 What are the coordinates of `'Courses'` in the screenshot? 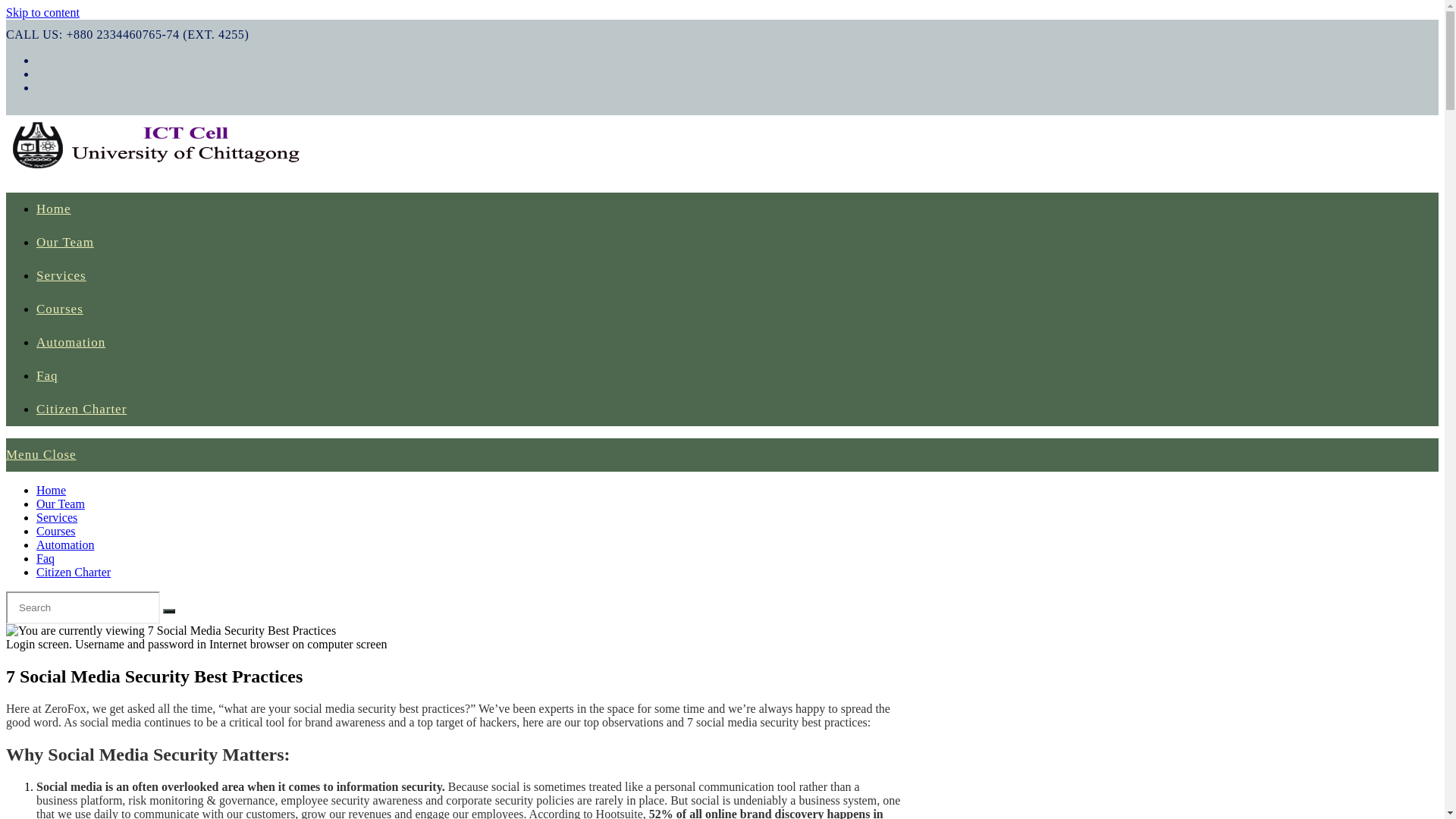 It's located at (55, 530).